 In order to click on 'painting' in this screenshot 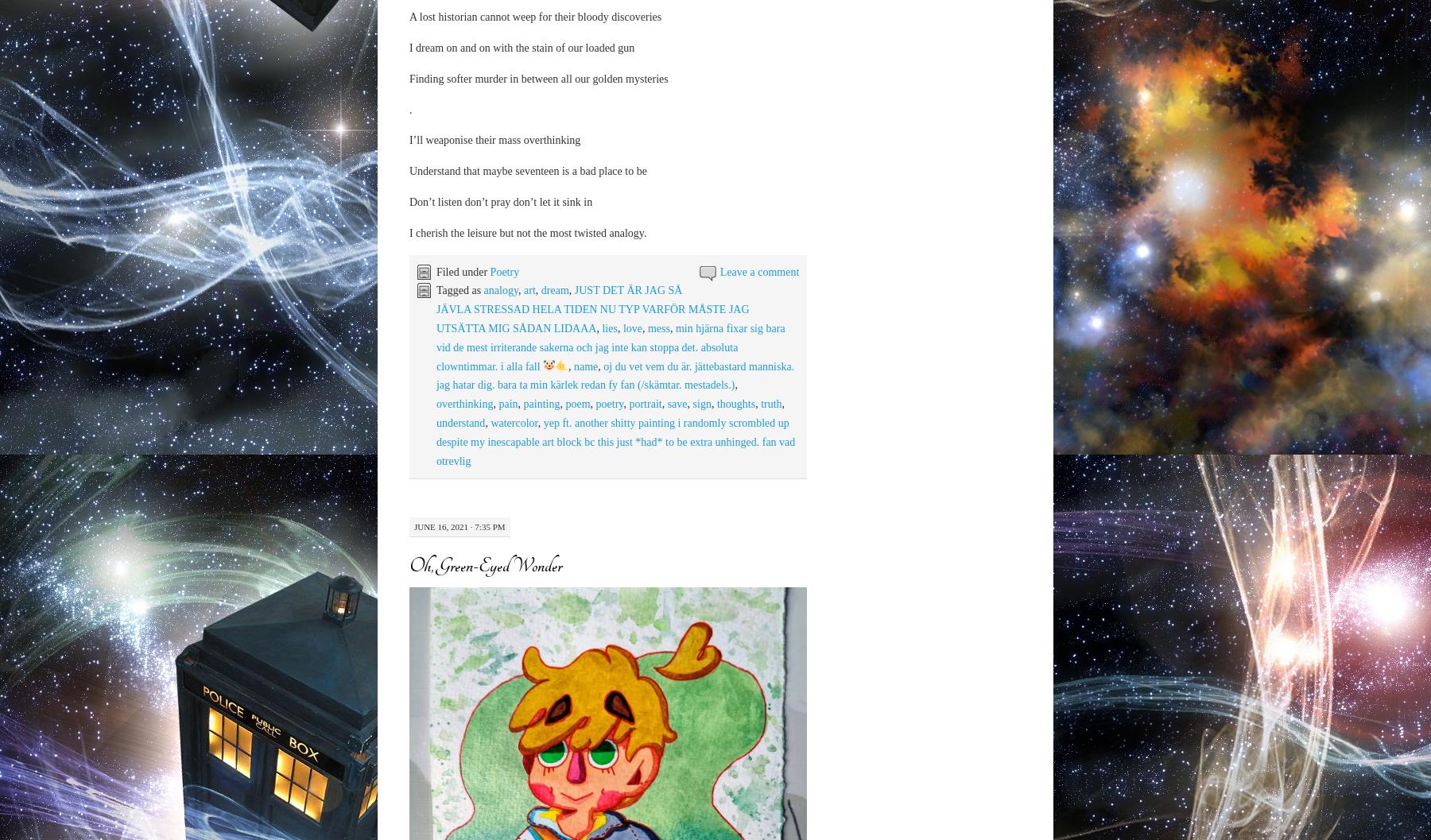, I will do `click(540, 404)`.